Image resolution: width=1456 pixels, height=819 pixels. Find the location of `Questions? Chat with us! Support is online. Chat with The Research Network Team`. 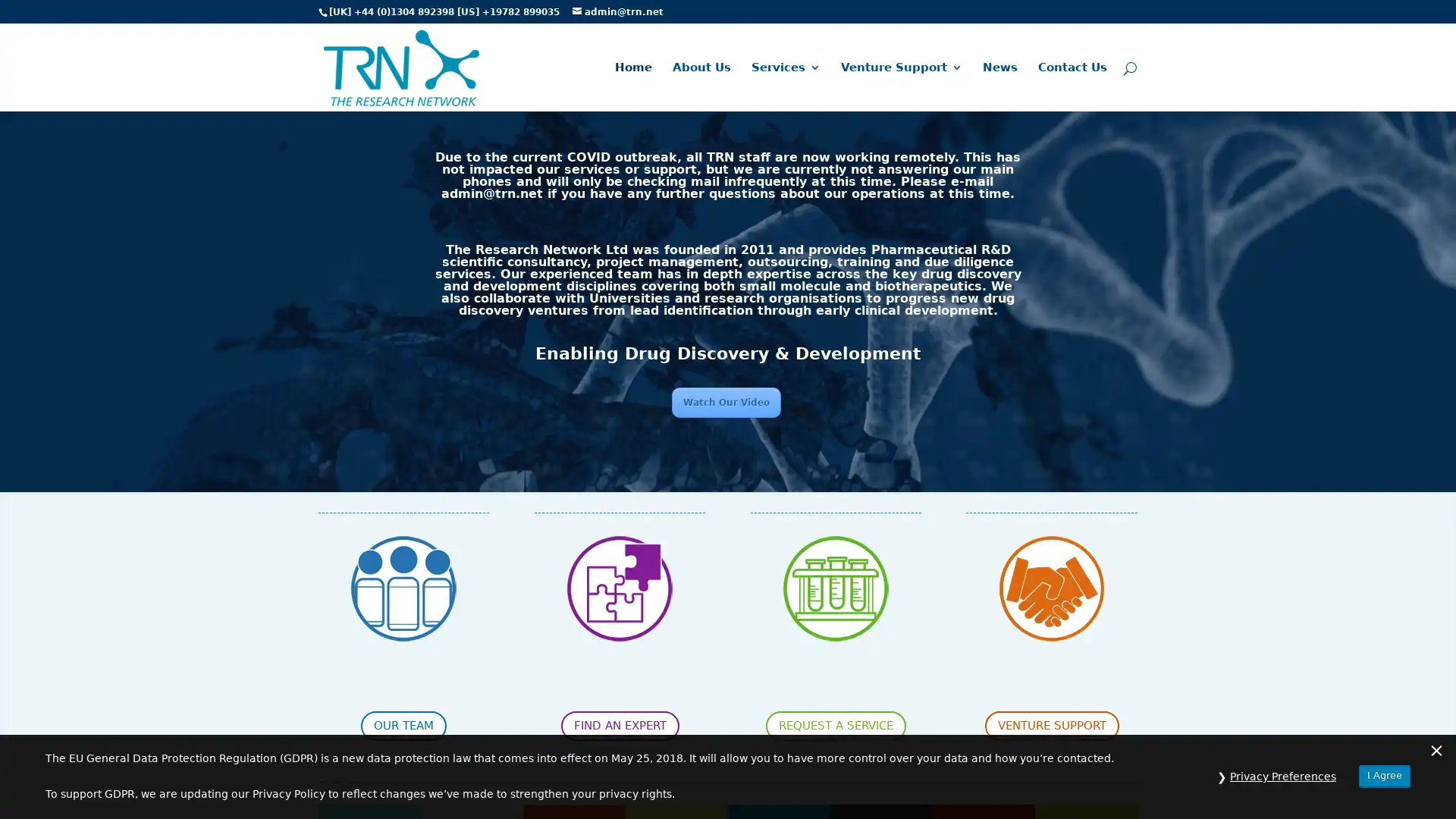

Questions? Chat with us! Support is online. Chat with The Research Network Team is located at coordinates (1414, 780).